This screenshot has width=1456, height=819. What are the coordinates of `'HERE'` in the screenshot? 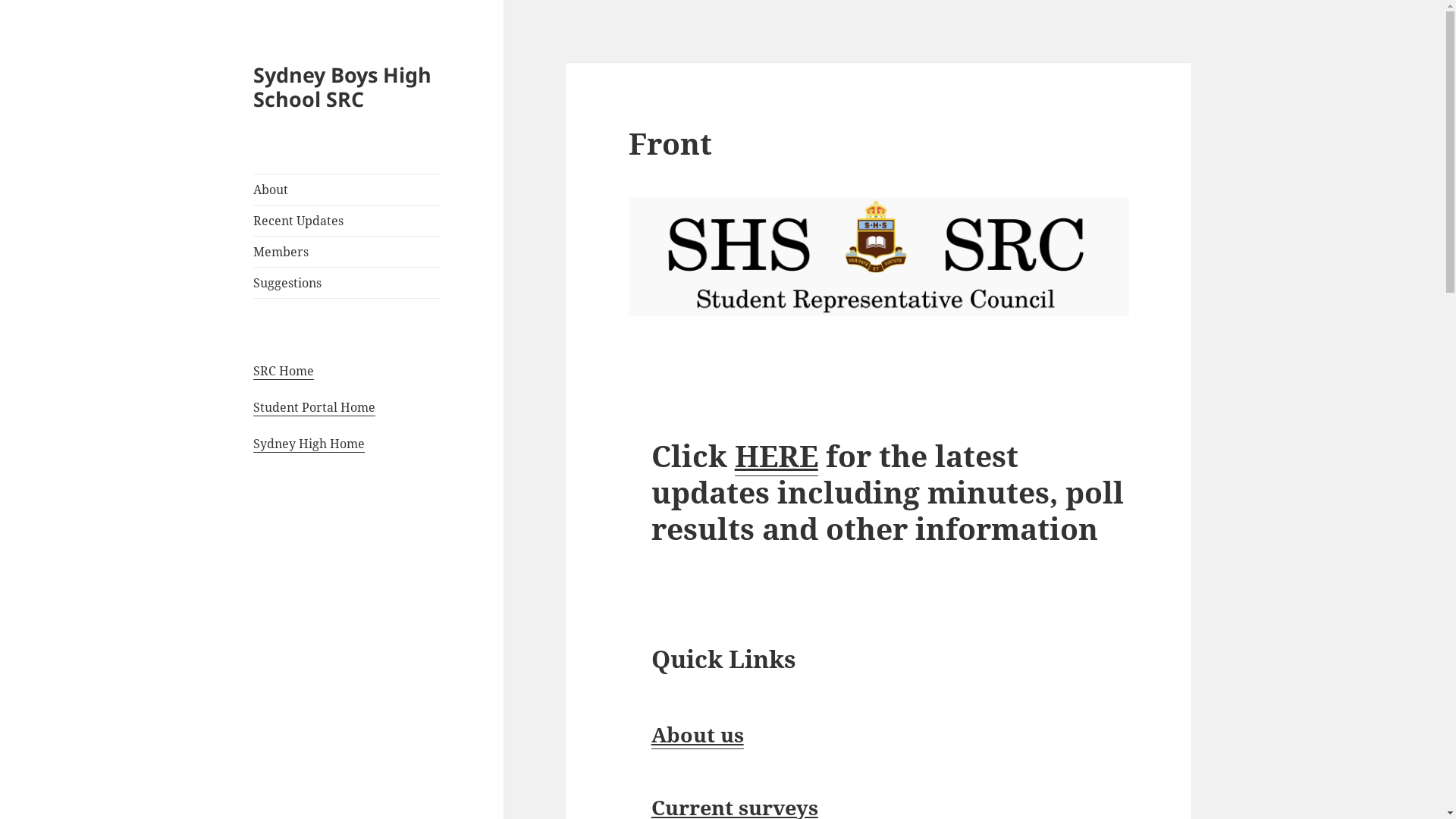 It's located at (776, 455).